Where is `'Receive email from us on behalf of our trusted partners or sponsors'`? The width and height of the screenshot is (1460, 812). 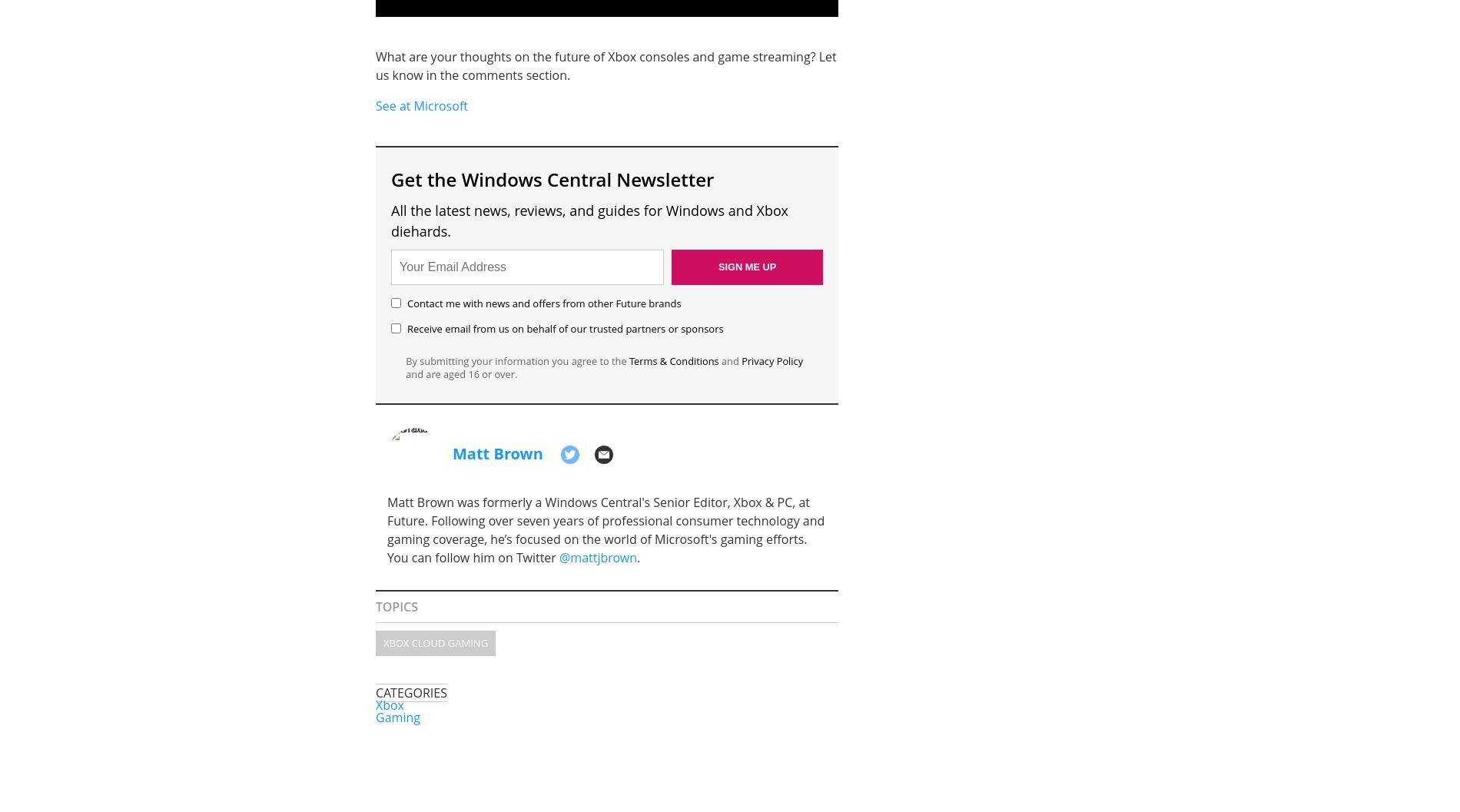
'Receive email from us on behalf of our trusted partners or sponsors' is located at coordinates (564, 327).